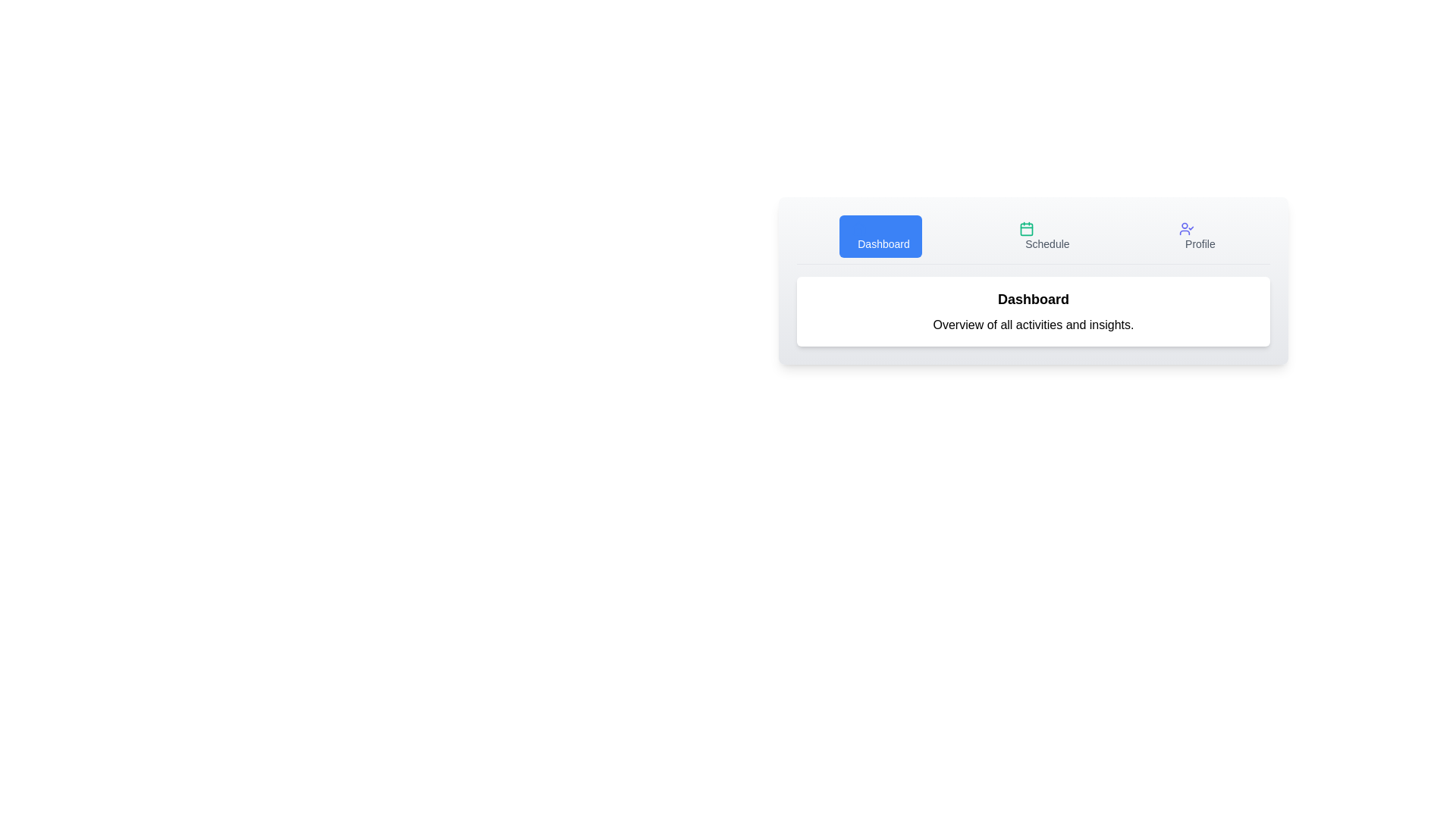 The height and width of the screenshot is (819, 1456). I want to click on the Schedule tab, so click(1043, 237).